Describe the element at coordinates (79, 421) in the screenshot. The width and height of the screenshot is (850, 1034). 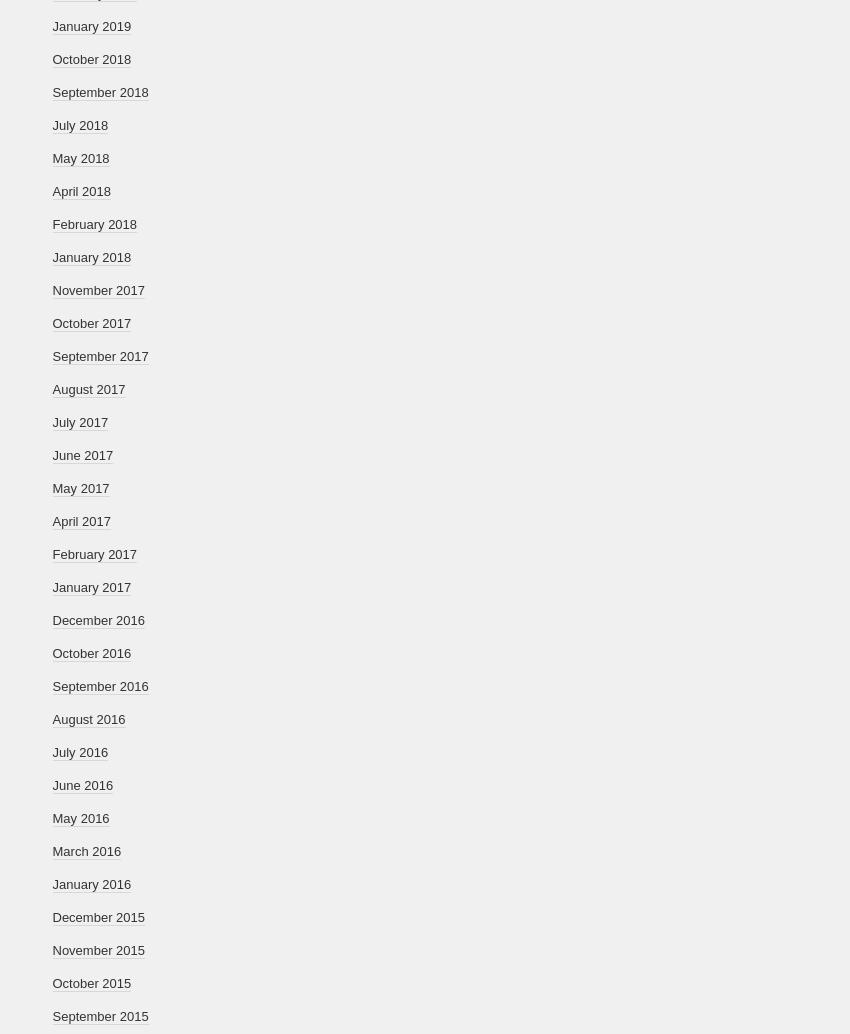
I see `'July 2017'` at that location.